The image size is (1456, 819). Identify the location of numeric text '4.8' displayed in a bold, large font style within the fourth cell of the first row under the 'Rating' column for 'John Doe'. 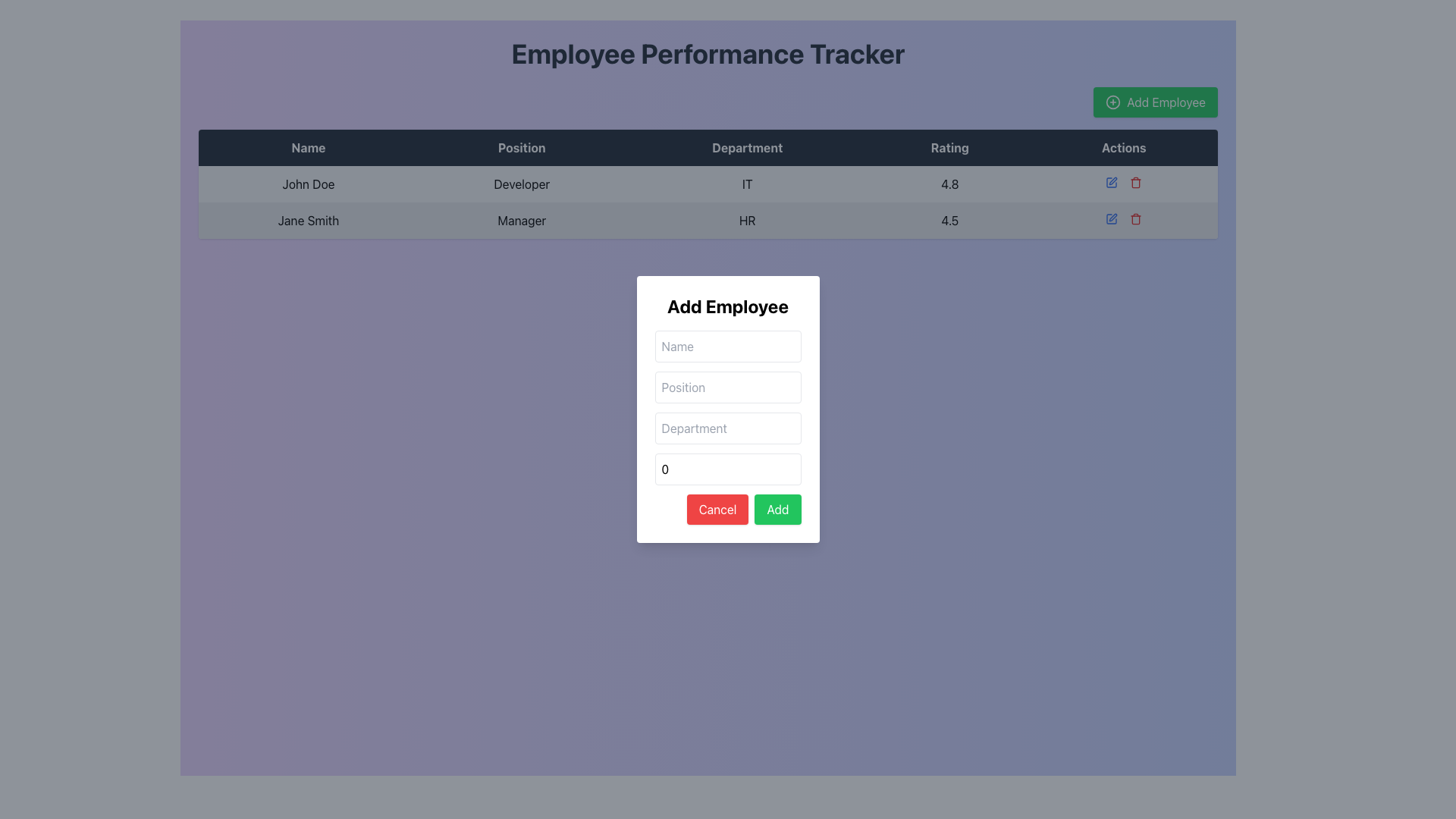
(949, 184).